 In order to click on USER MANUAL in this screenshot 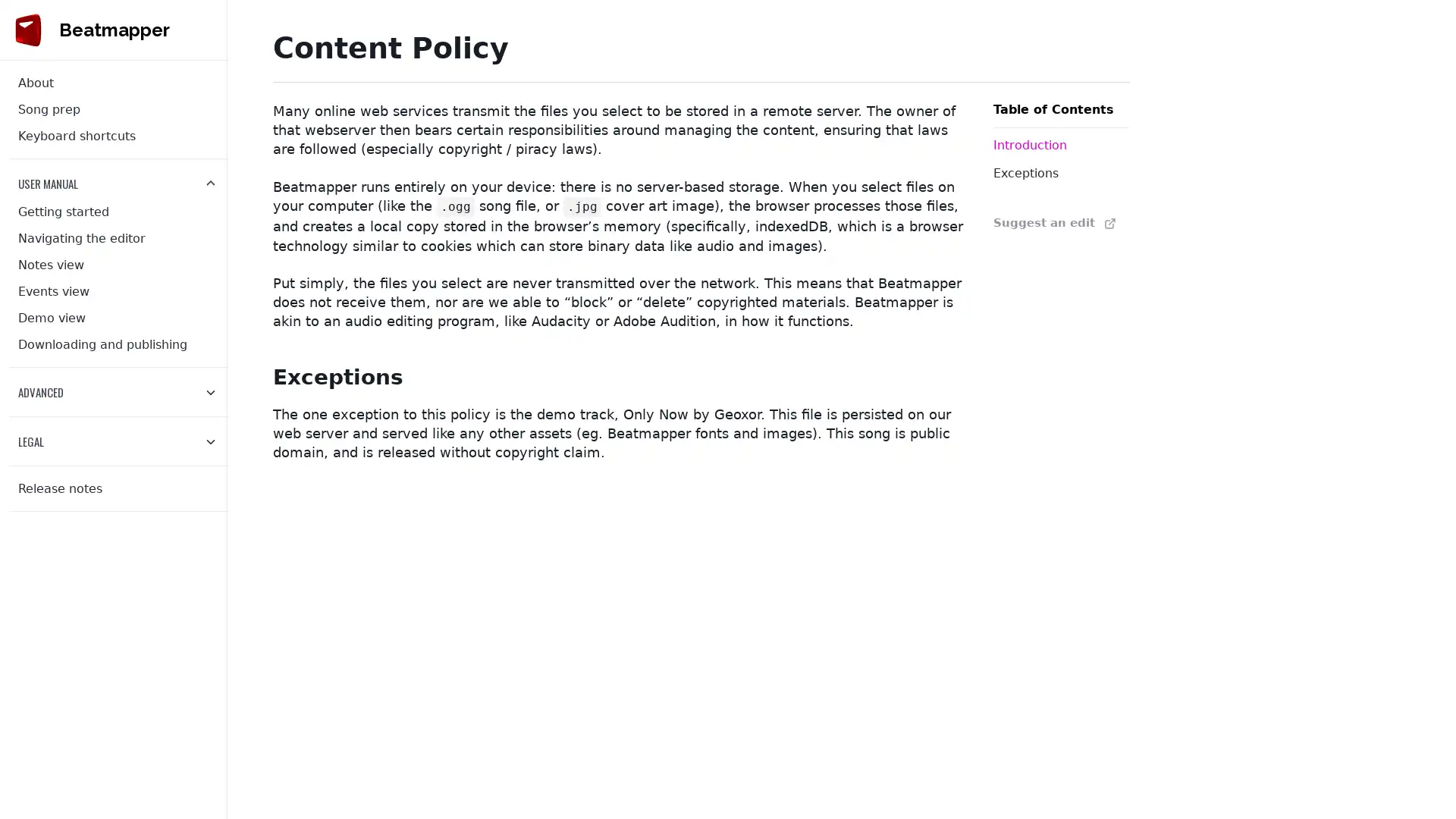, I will do `click(117, 183)`.